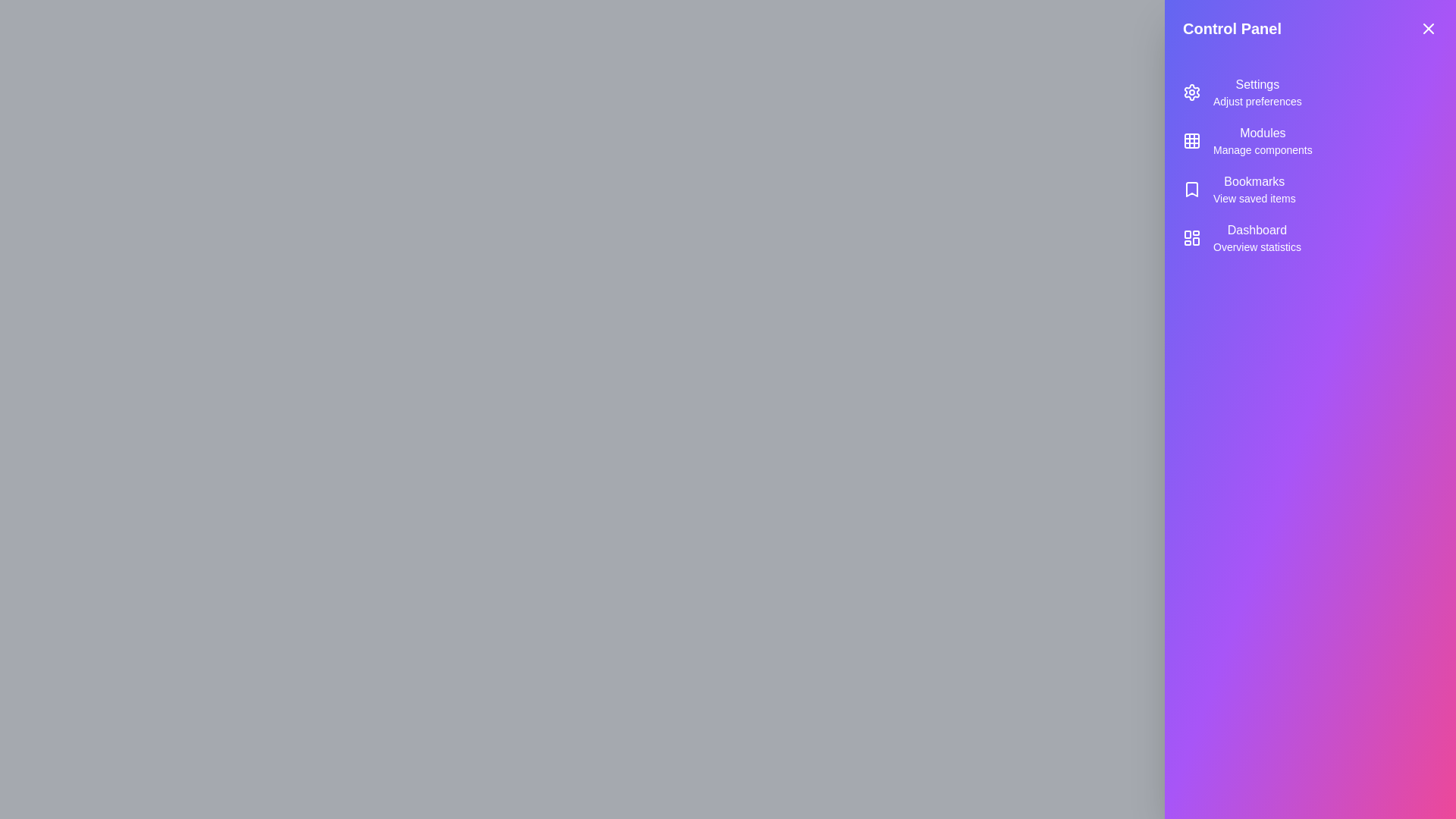 The image size is (1456, 819). Describe the element at coordinates (1191, 189) in the screenshot. I see `the 'Bookmarks' menu item represented by the bookmark icon located below the 'Modules' icon and above the 'Dashboard' icon in the control panel` at that location.